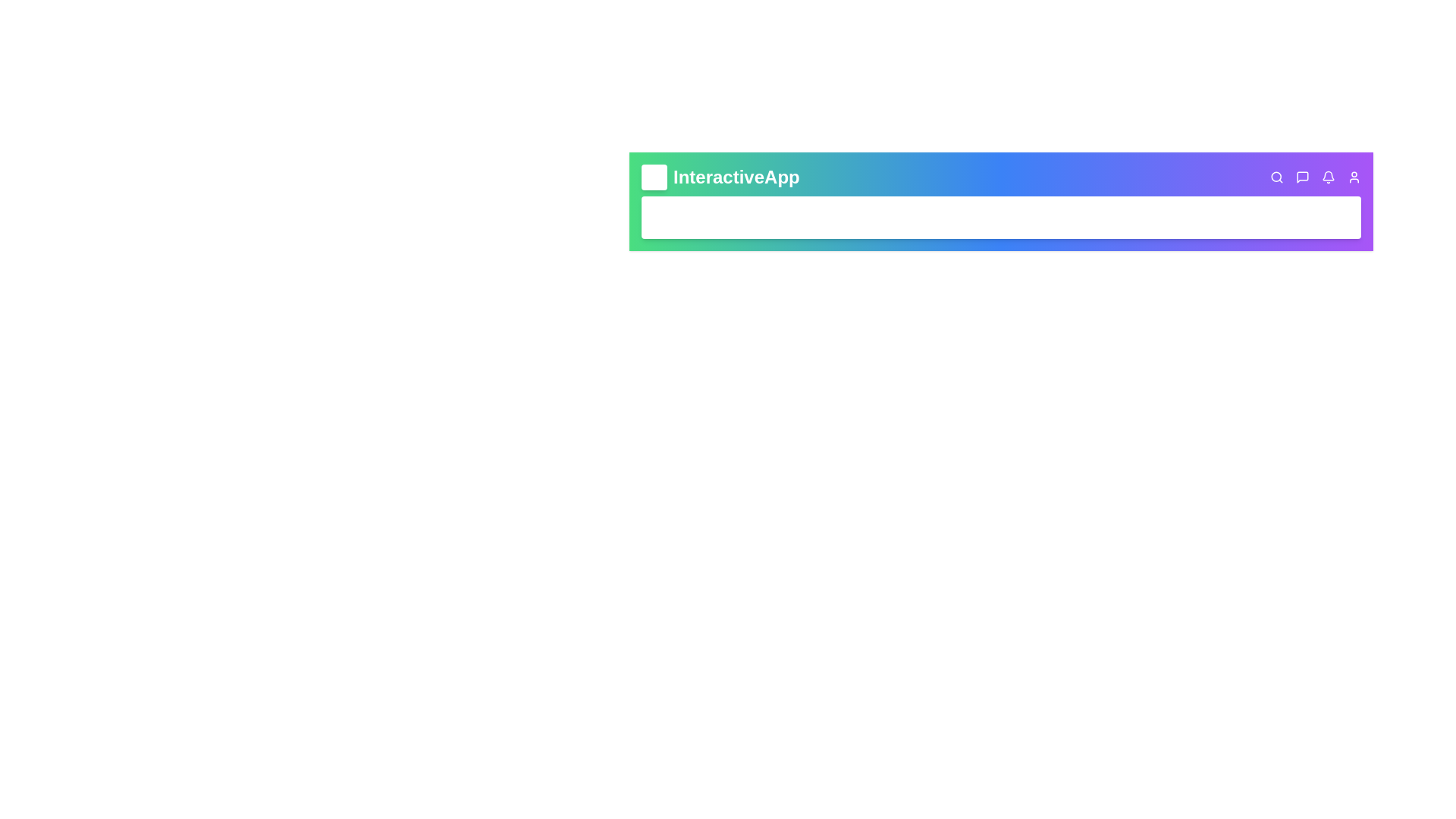 The image size is (1456, 819). I want to click on the Search icon to perform its associated action, so click(1276, 177).